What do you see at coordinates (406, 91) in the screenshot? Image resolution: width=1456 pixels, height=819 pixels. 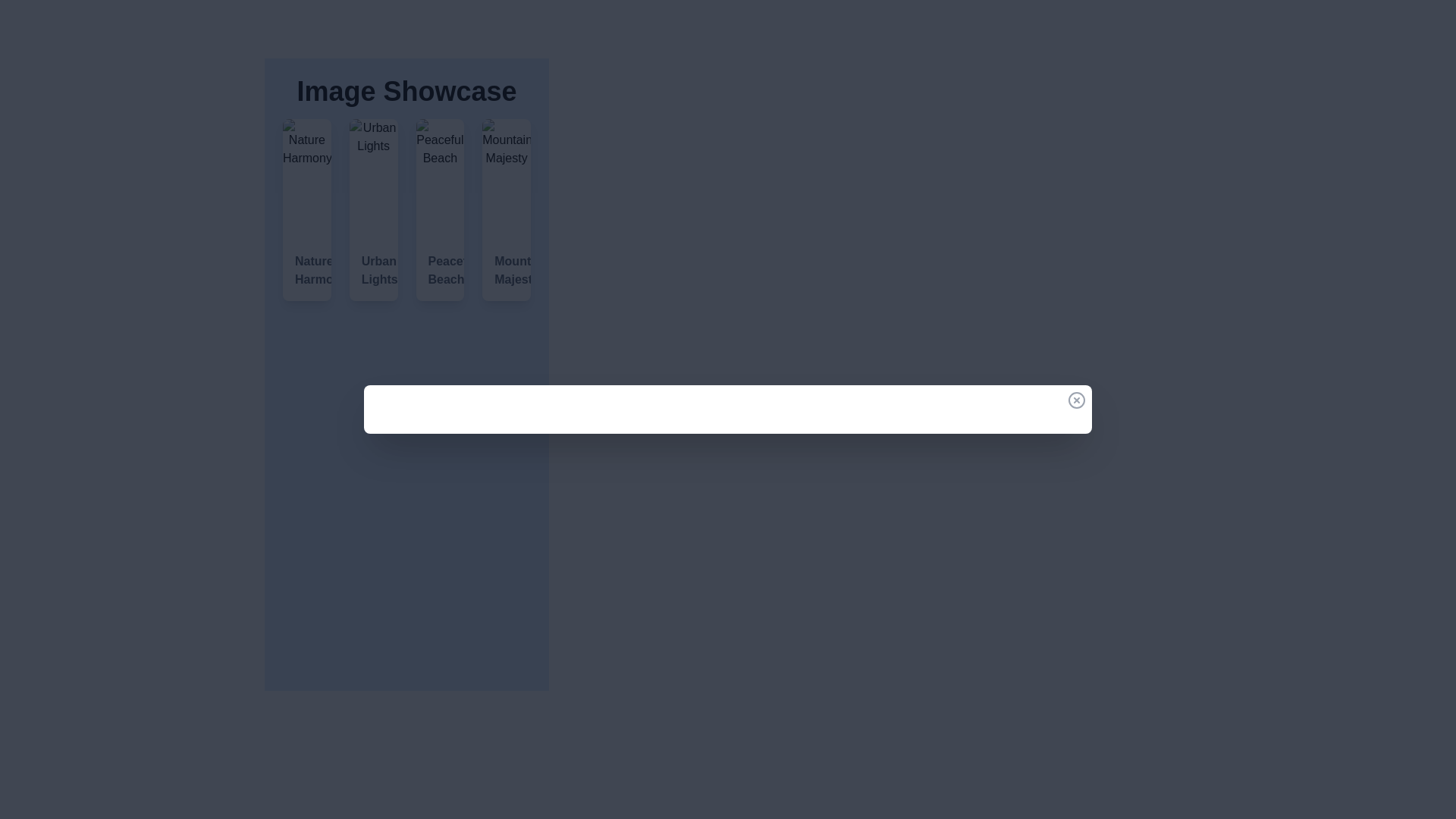 I see `the Static text header which serves as the title for the section, located at the top center of the interface` at bounding box center [406, 91].